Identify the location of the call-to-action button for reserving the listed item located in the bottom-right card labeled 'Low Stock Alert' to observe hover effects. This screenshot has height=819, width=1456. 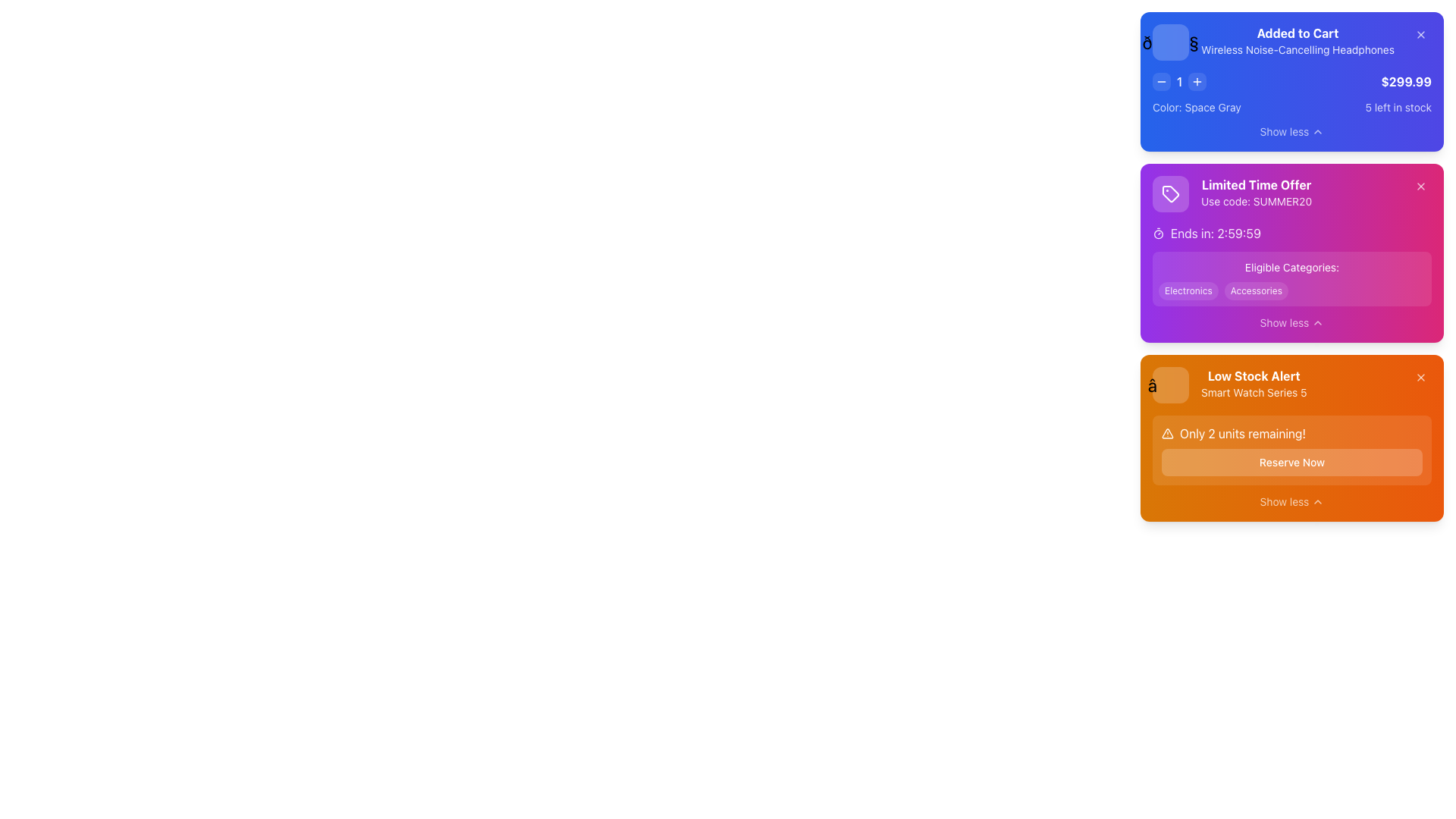
(1291, 461).